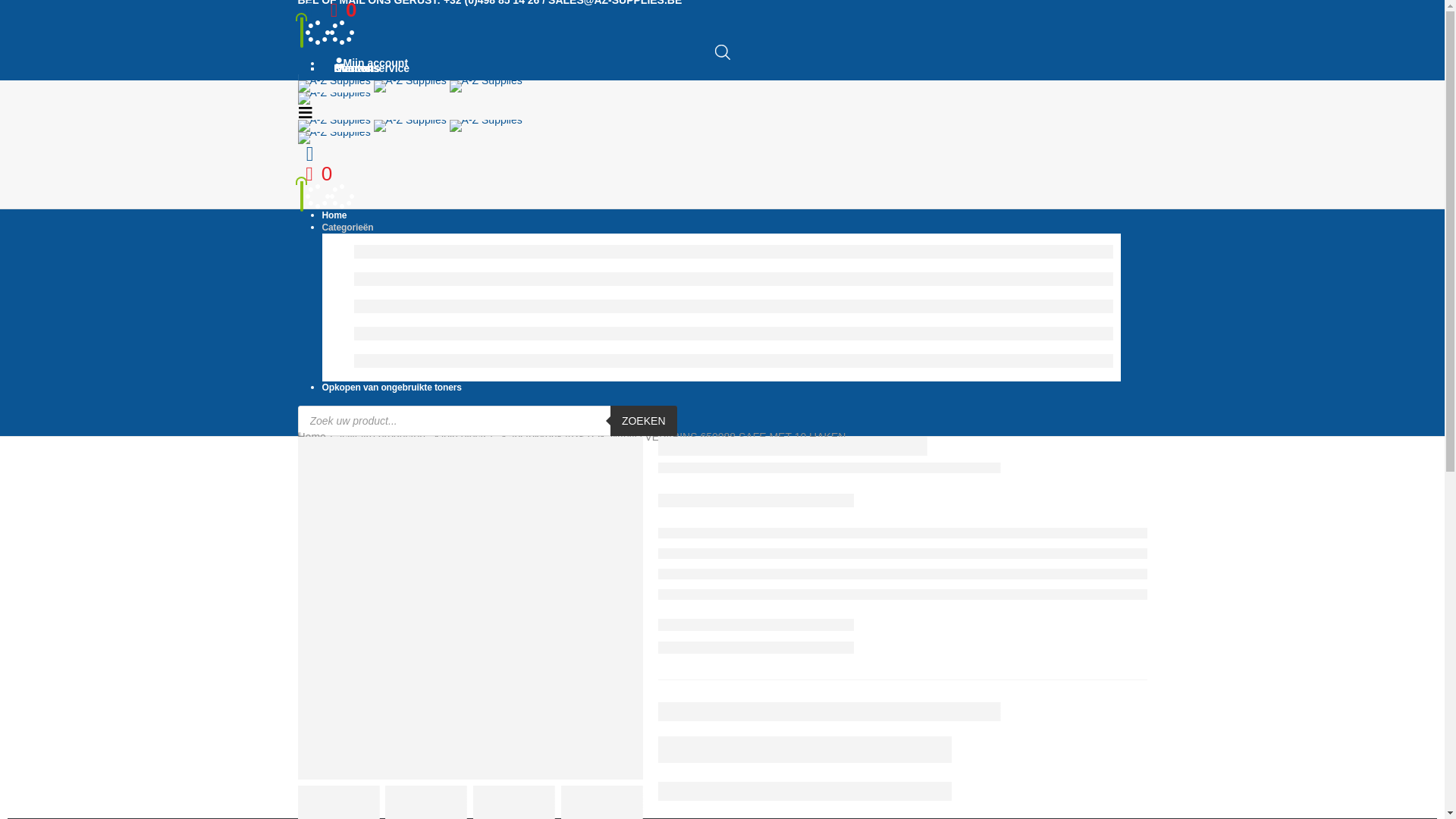  Describe the element at coordinates (529, 436) in the screenshot. I see `'Kapstokken'` at that location.